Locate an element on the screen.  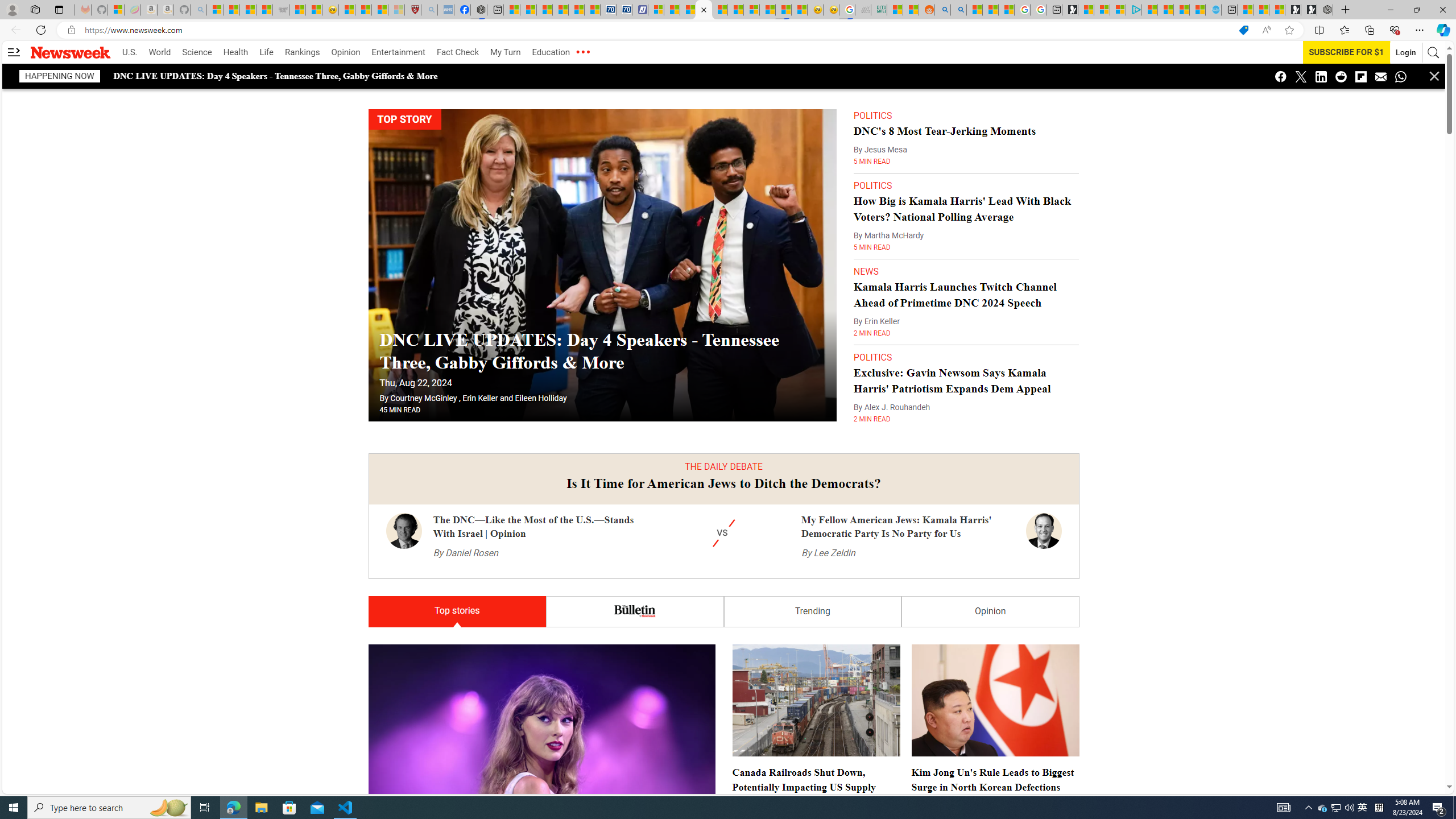
'Class: icon-linkedin' is located at coordinates (1321, 76).